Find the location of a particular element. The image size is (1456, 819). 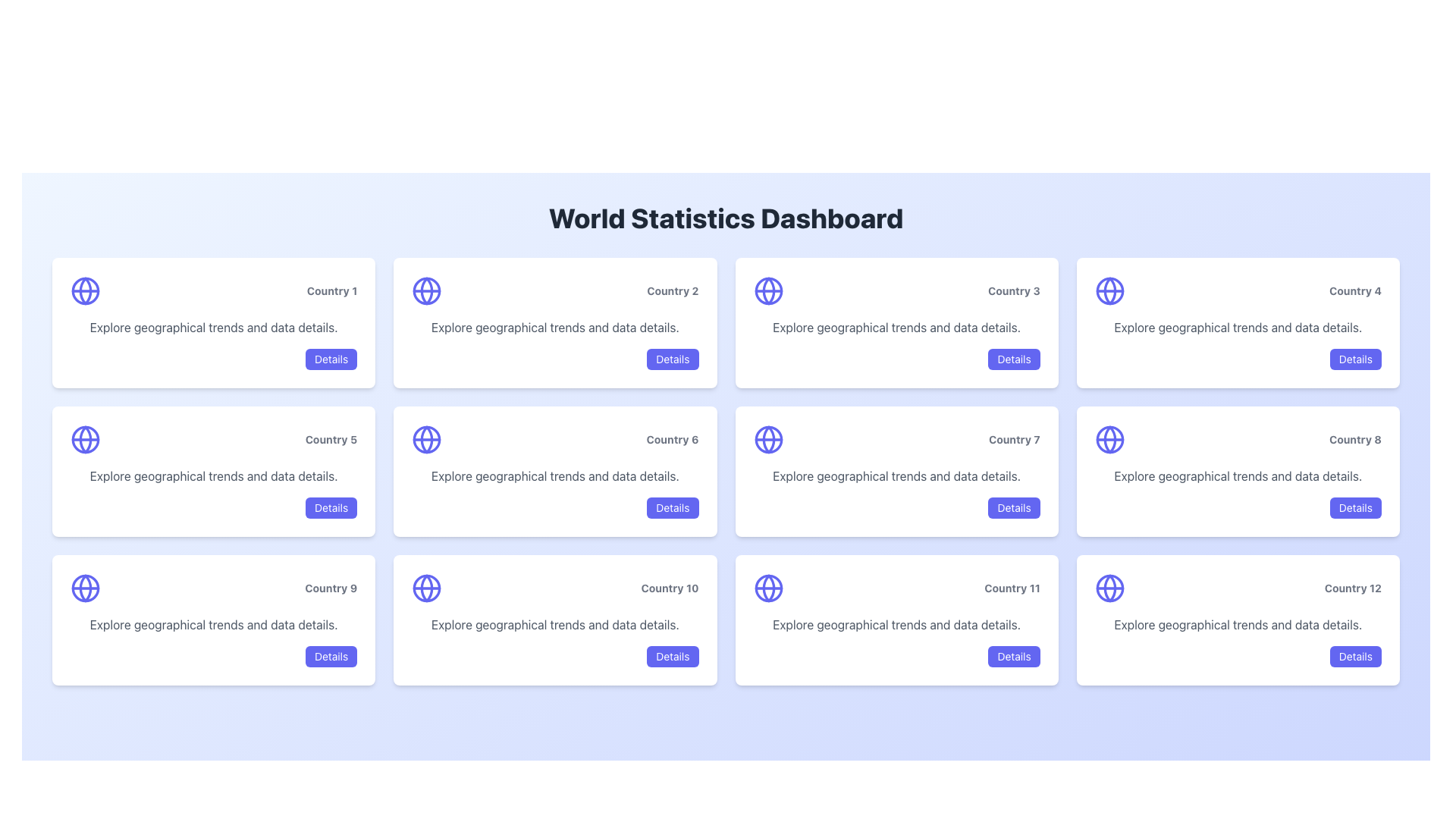

the descriptive text element located in the white card under the title 'Country 4', positioned centrally above the 'Details' button is located at coordinates (1238, 327).